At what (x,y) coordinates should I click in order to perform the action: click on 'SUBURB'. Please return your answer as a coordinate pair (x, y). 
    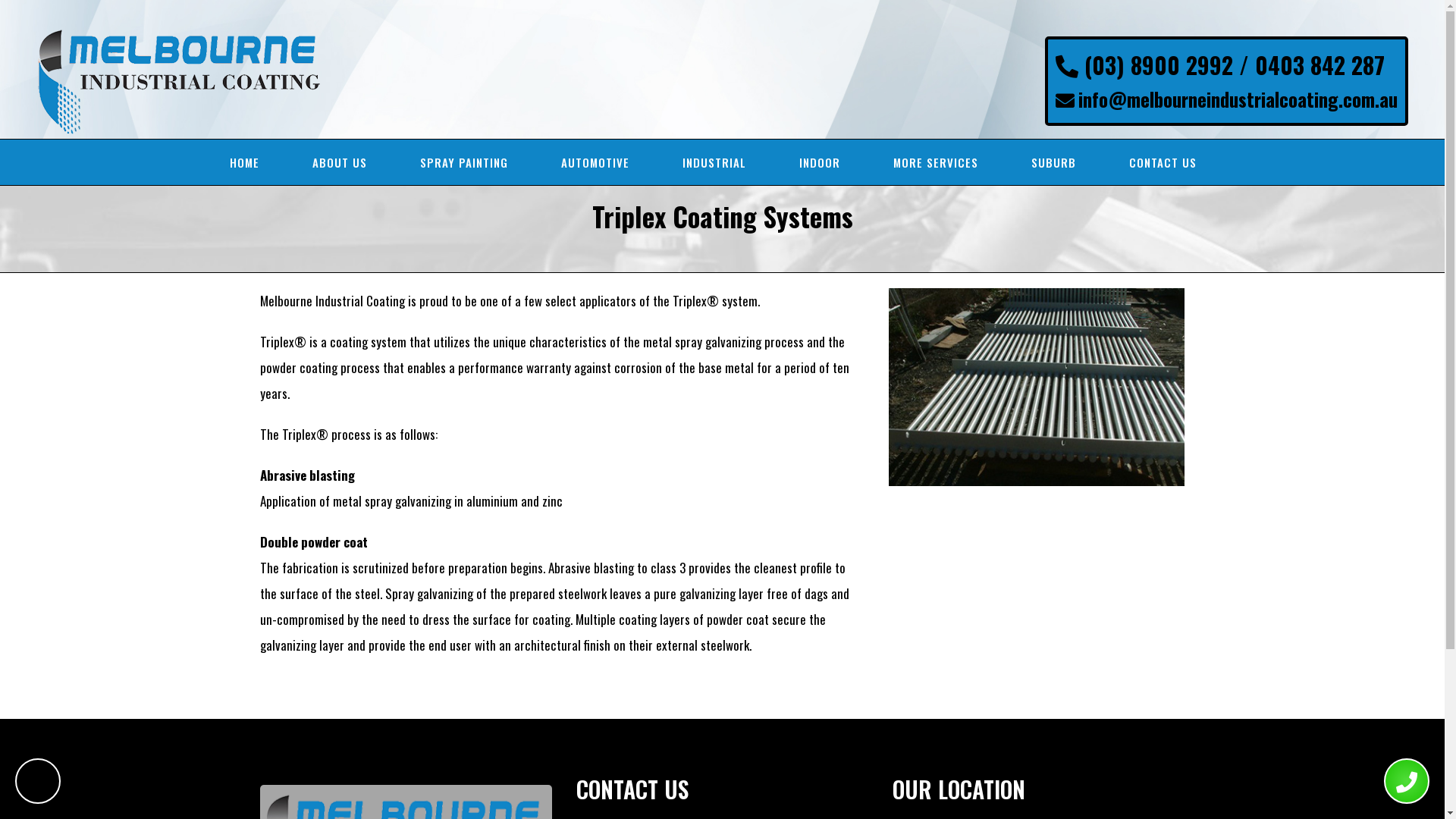
    Looking at the image, I should click on (1052, 162).